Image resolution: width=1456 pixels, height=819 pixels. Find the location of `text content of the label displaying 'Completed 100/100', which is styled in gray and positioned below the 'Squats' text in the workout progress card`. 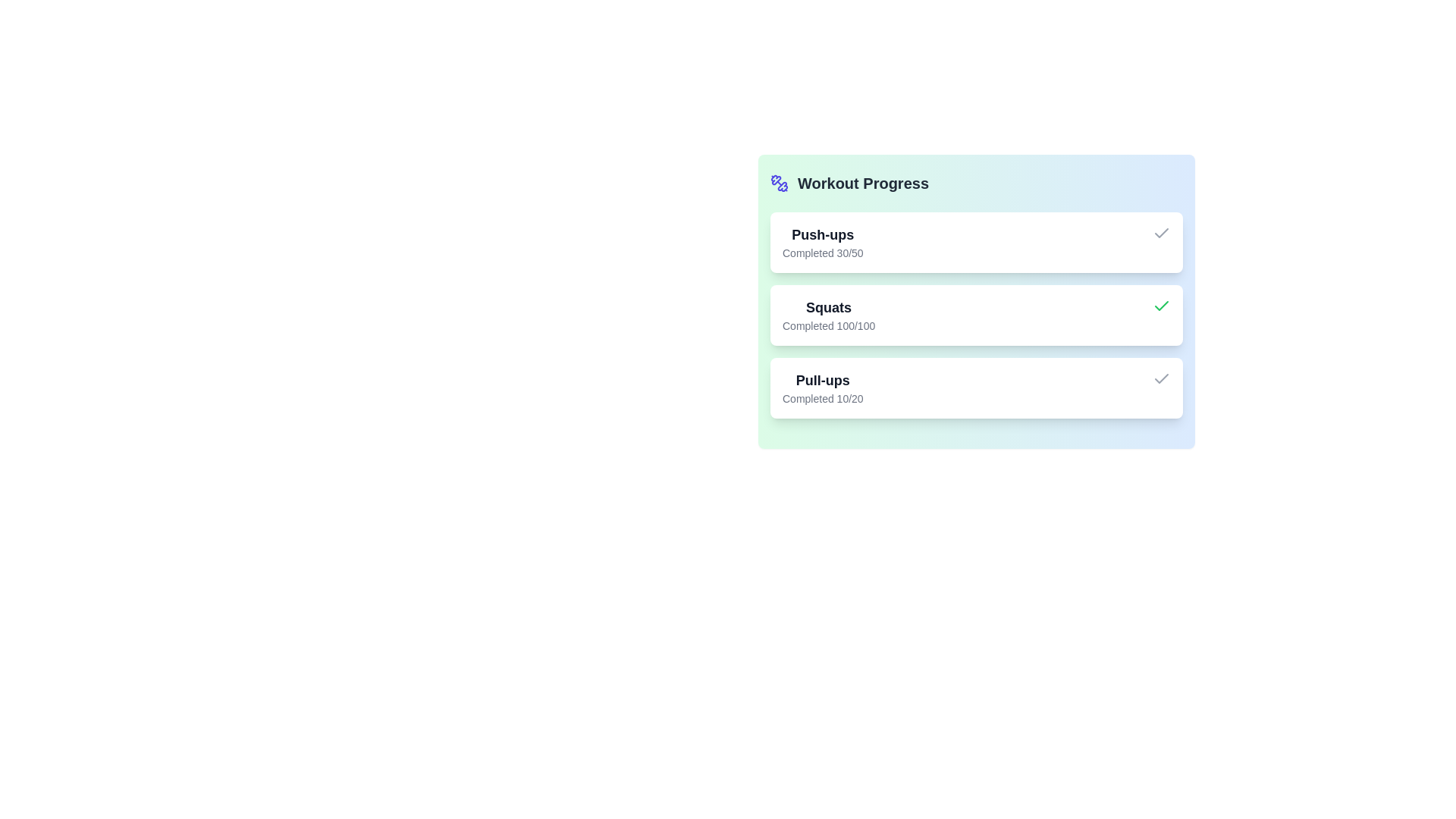

text content of the label displaying 'Completed 100/100', which is styled in gray and positioned below the 'Squats' text in the workout progress card is located at coordinates (828, 325).